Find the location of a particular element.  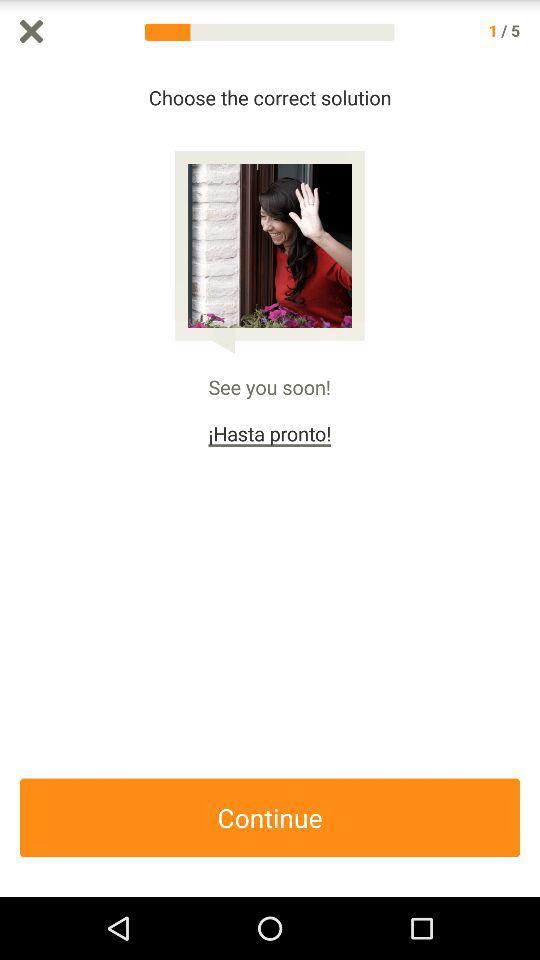

item next to continue icon is located at coordinates (530, 480).